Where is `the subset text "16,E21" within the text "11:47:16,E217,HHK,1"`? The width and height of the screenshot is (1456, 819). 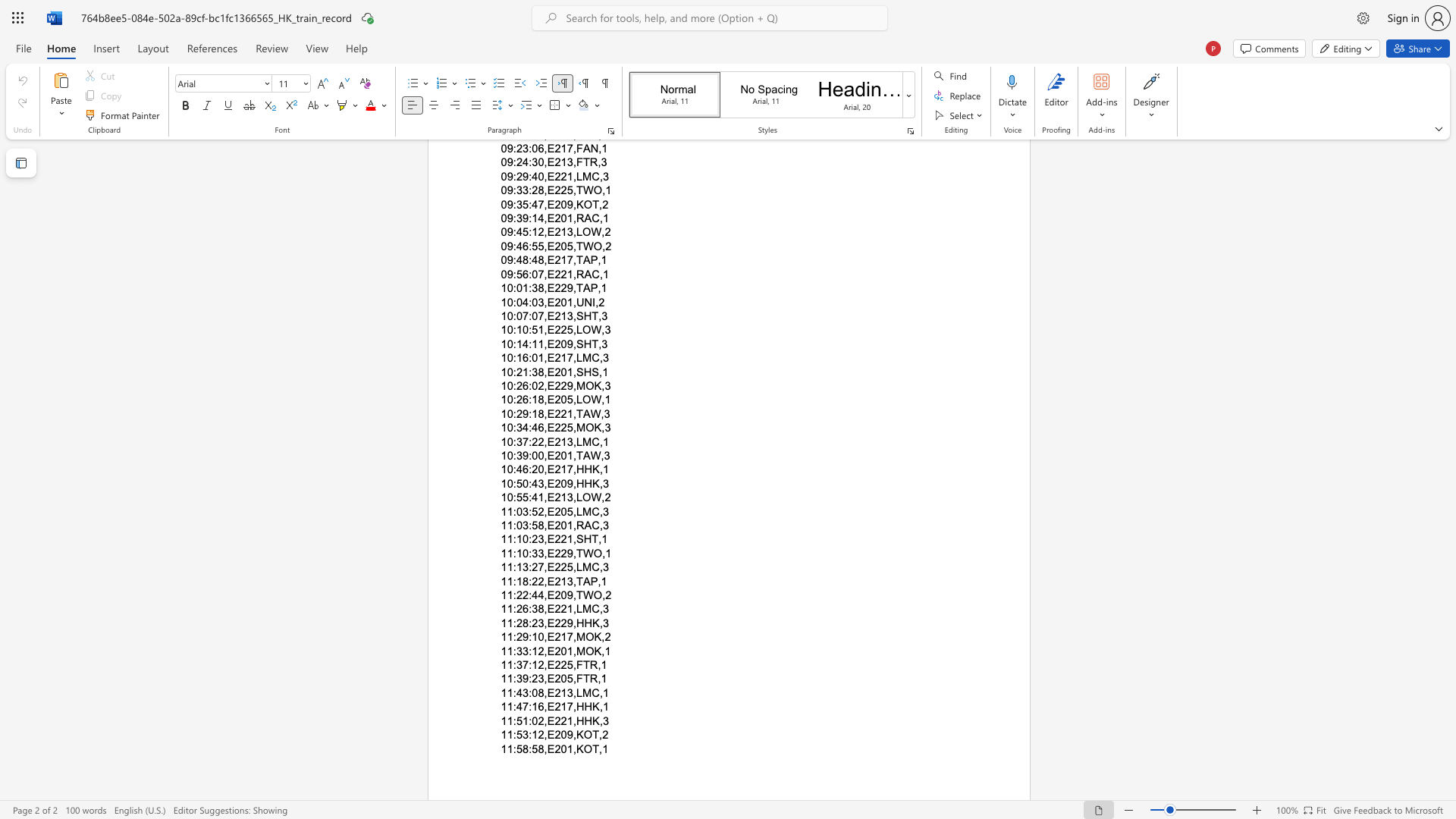
the subset text "16,E21" within the text "11:47:16,E217,HHK,1" is located at coordinates (532, 707).